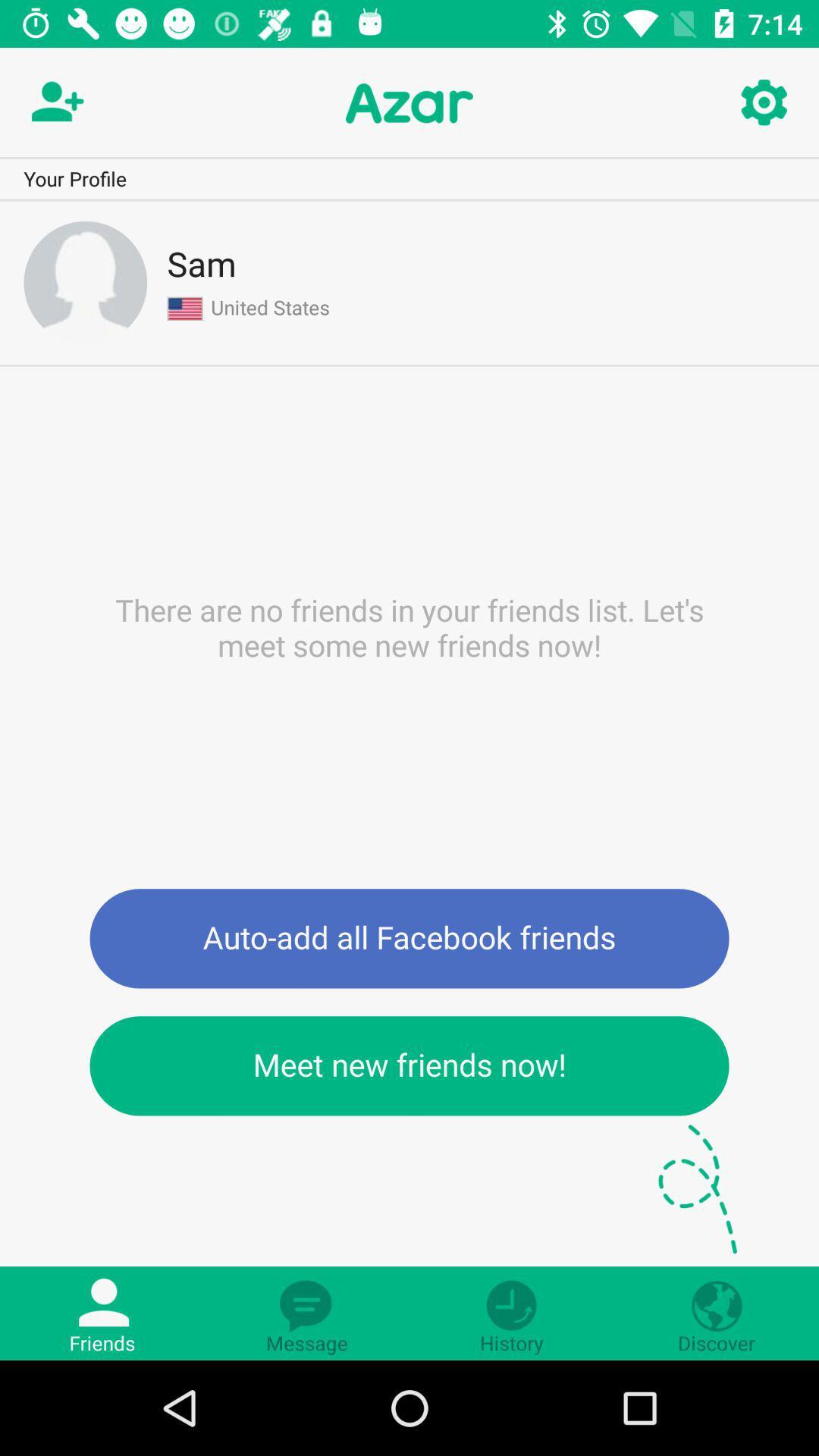 The width and height of the screenshot is (819, 1456). What do you see at coordinates (55, 102) in the screenshot?
I see `friend` at bounding box center [55, 102].